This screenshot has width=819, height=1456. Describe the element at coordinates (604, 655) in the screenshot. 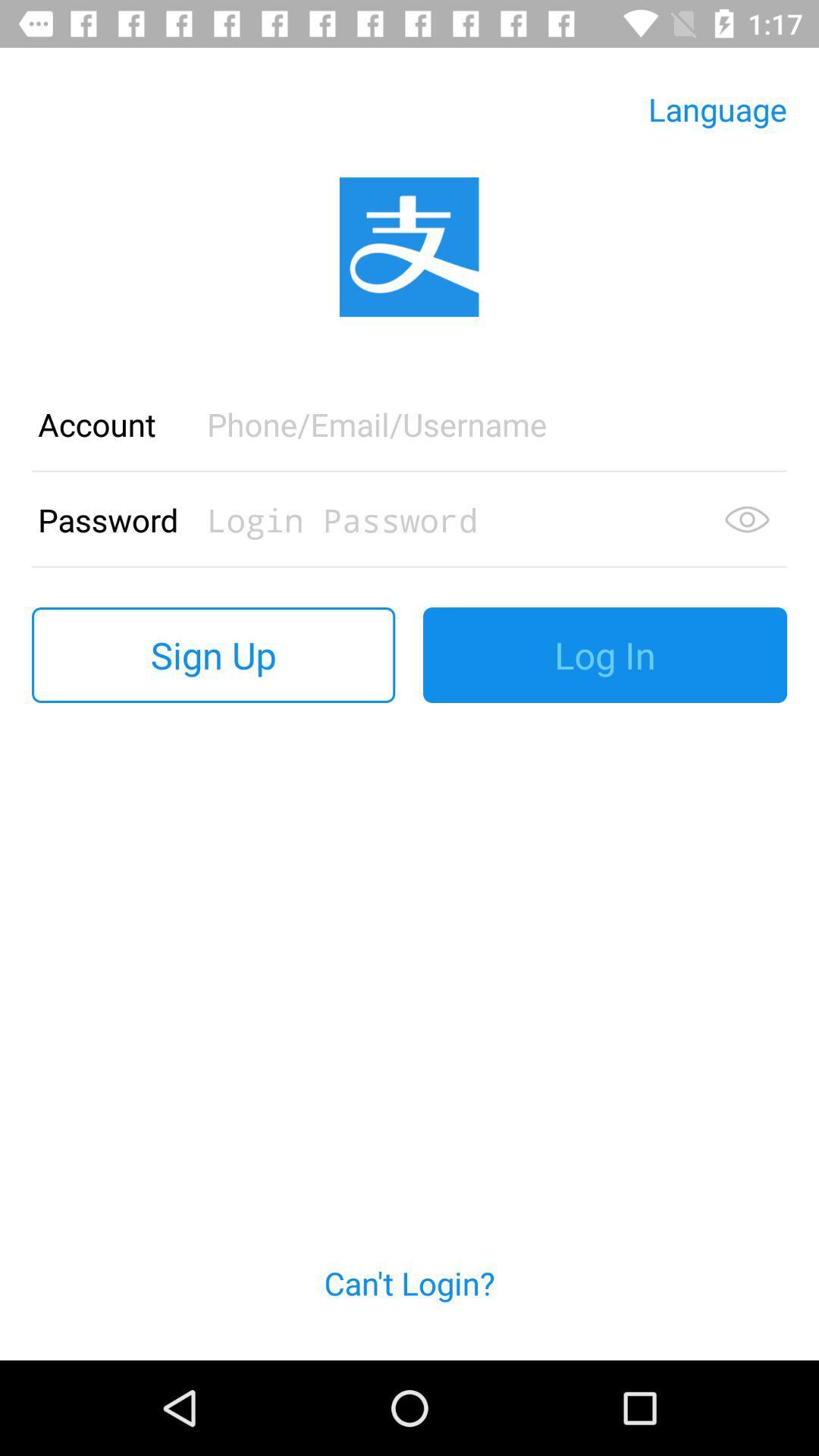

I see `the icon next to the sign up` at that location.